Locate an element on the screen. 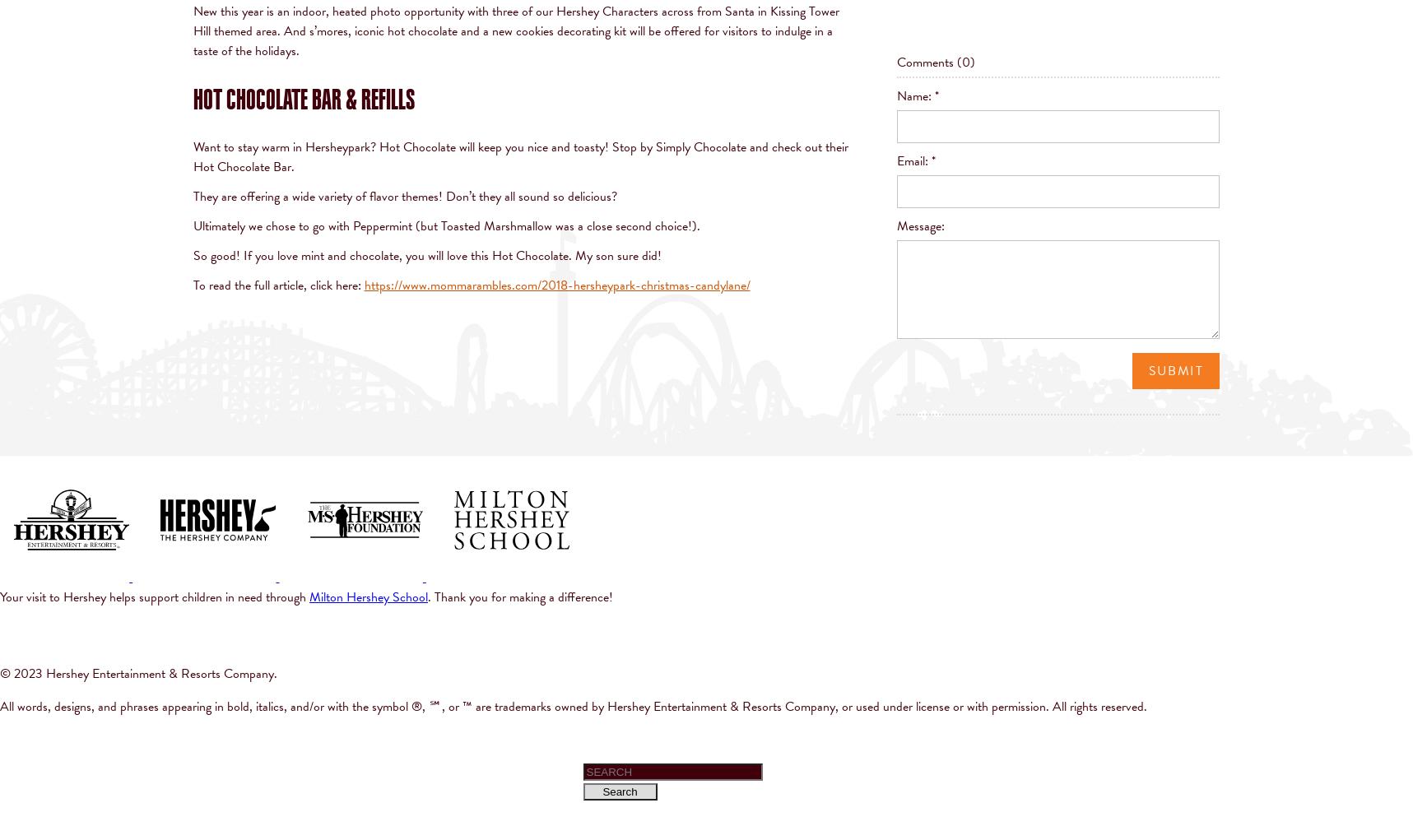 Image resolution: width=1413 pixels, height=840 pixels. 'Comments  (0)' is located at coordinates (896, 62).